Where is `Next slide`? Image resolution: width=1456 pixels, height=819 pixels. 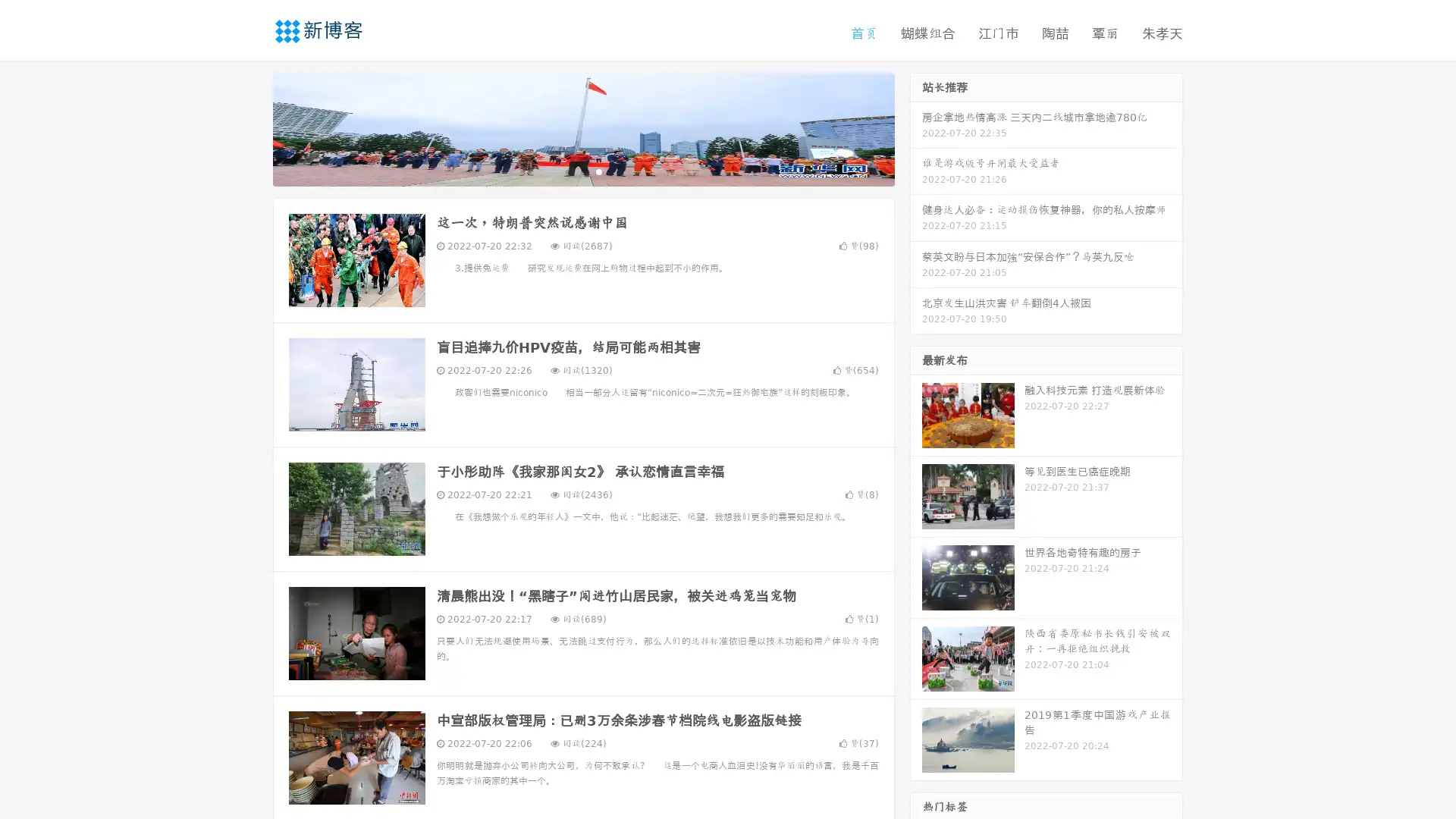
Next slide is located at coordinates (916, 127).